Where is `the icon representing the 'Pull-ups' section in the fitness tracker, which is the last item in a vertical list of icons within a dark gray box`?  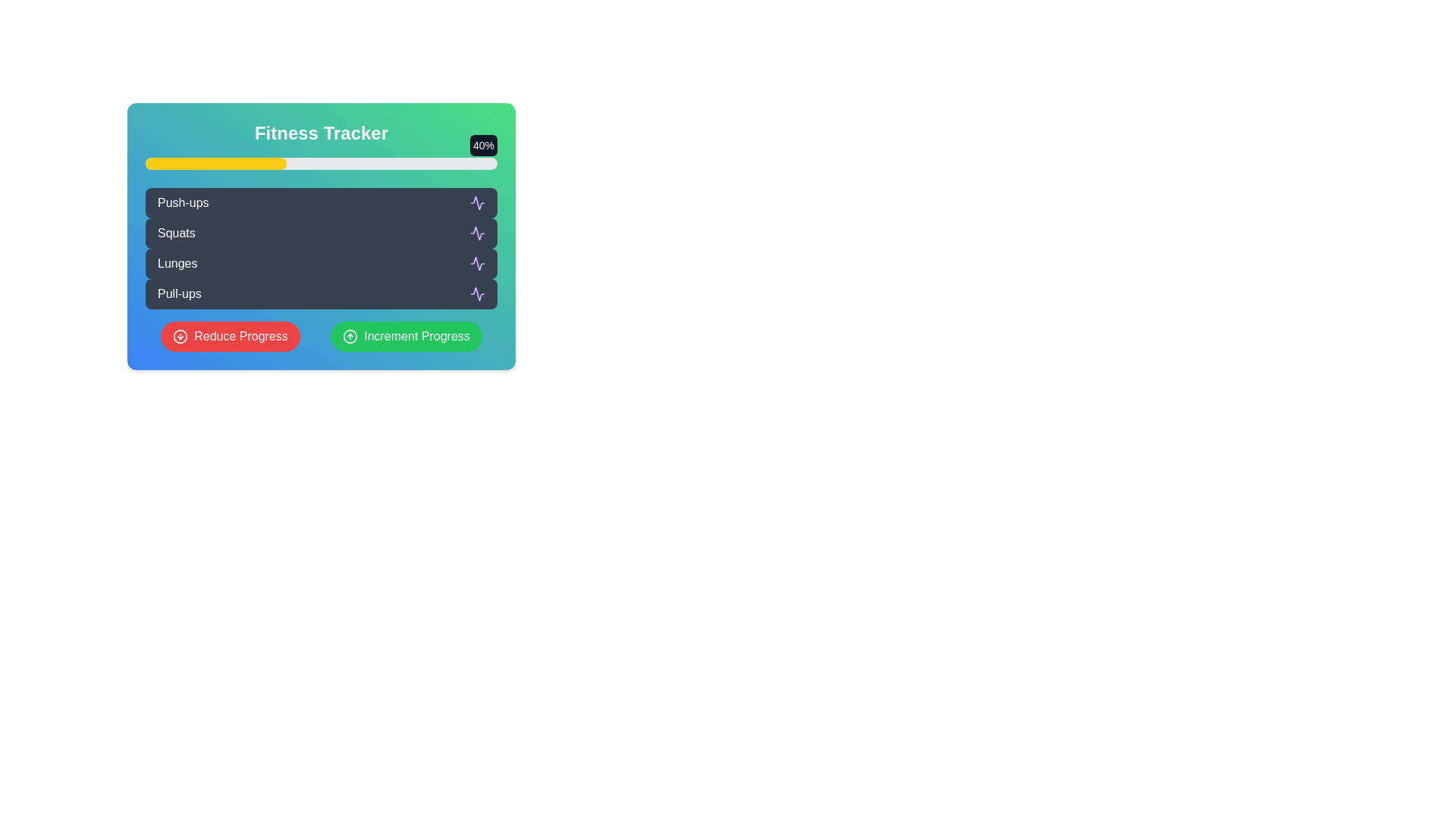 the icon representing the 'Pull-ups' section in the fitness tracker, which is the last item in a vertical list of icons within a dark gray box is located at coordinates (476, 294).